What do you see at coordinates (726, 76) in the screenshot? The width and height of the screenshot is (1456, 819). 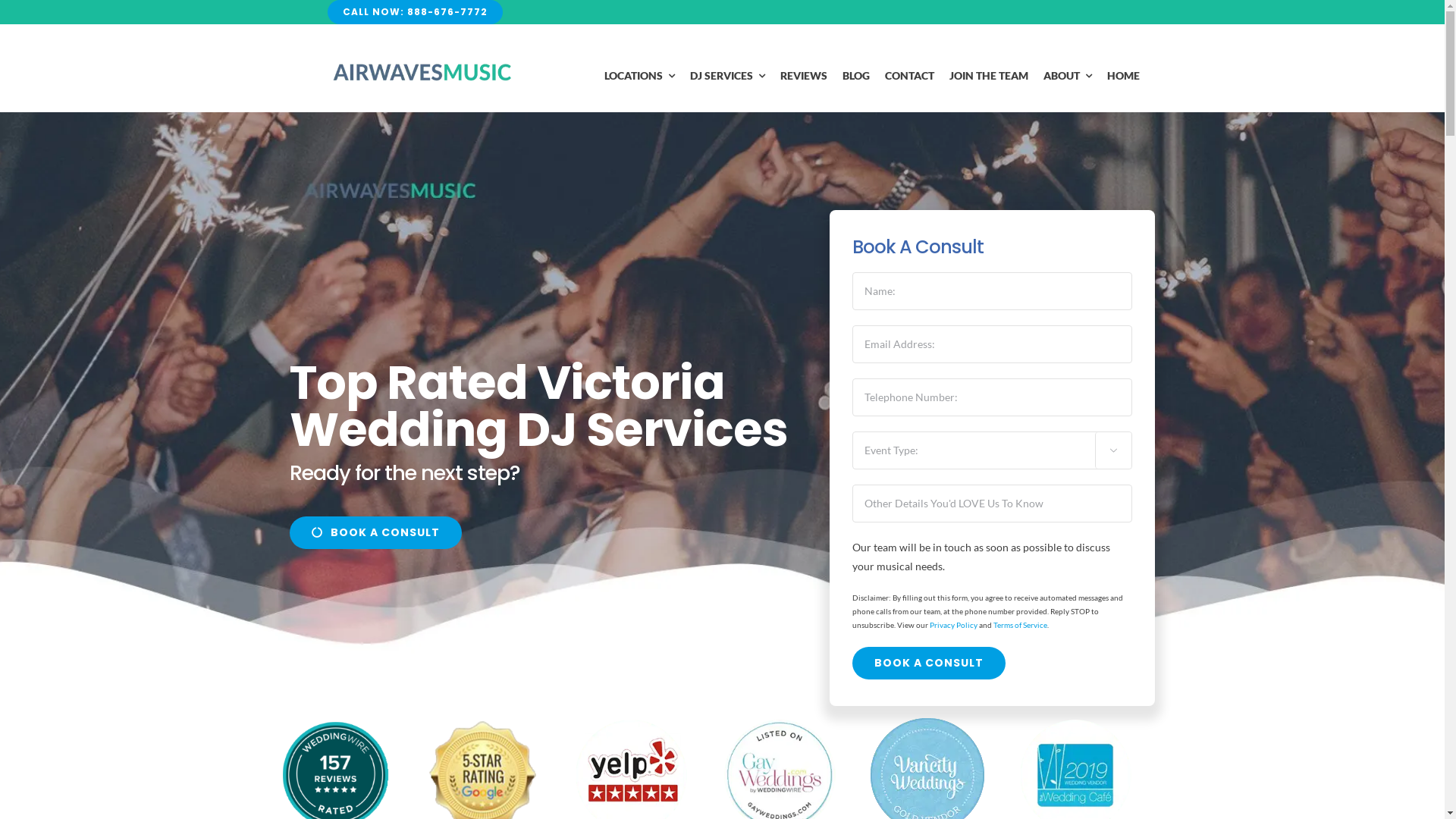 I see `'DJ SERVICES'` at bounding box center [726, 76].